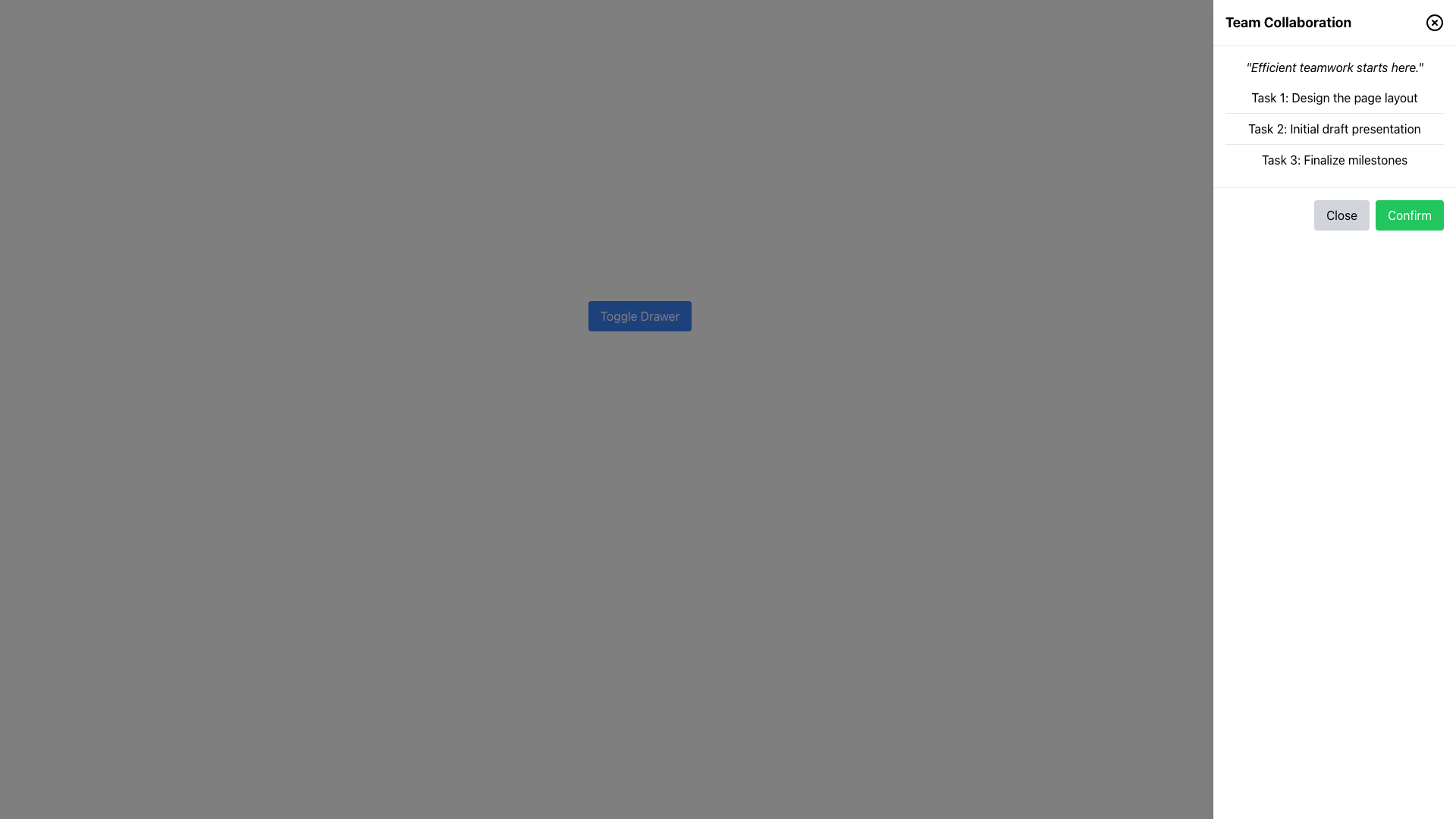  Describe the element at coordinates (1335, 66) in the screenshot. I see `the introductory italicized text in the 'Team Collaboration' pane, which provides a motivational statement` at that location.